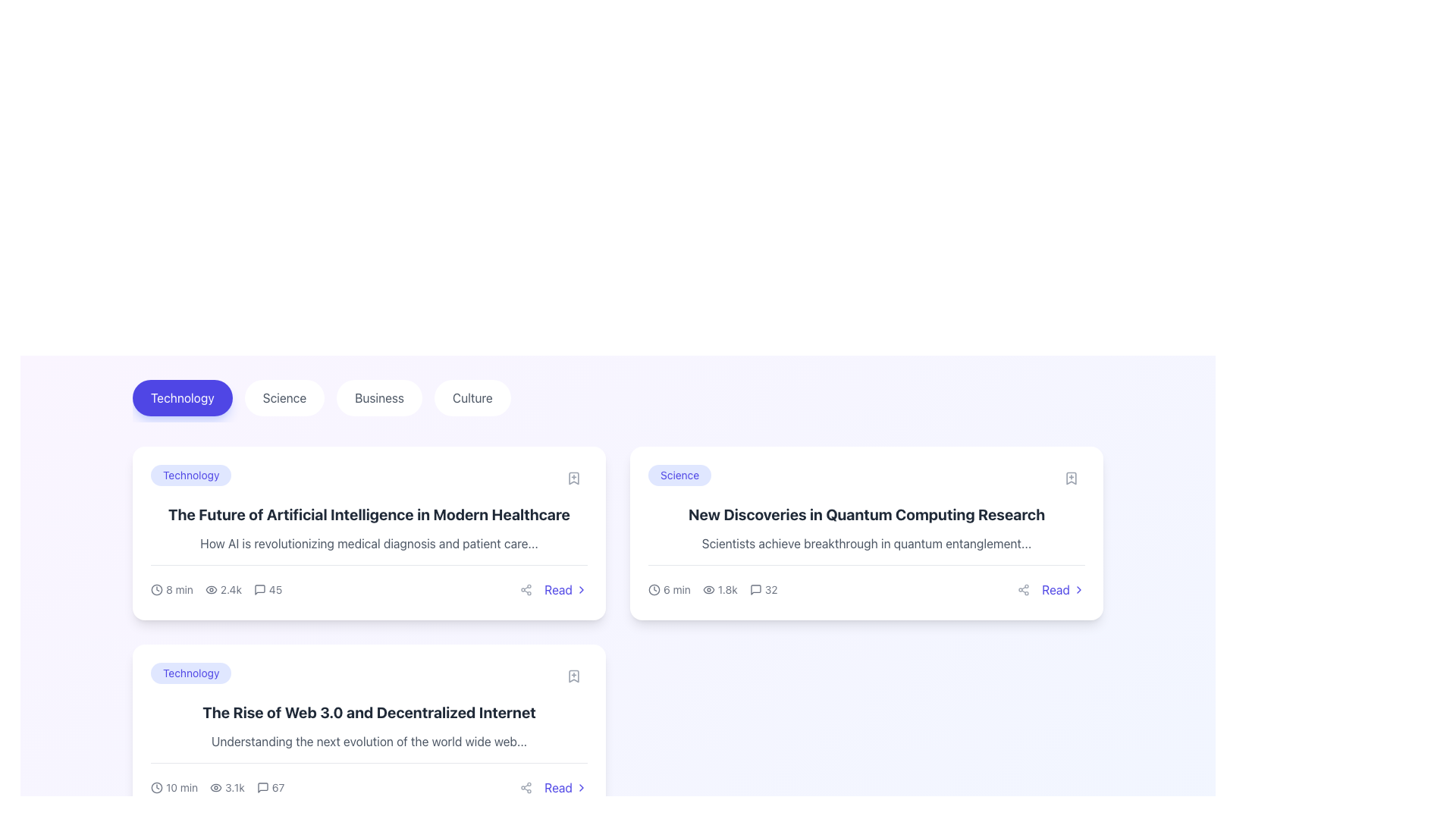 This screenshot has width=1456, height=819. Describe the element at coordinates (1070, 479) in the screenshot. I see `the bookmark icon with a plus sign located in the top-right corner of the card for 'New Discoveries in Quantum Computing Research.'` at that location.